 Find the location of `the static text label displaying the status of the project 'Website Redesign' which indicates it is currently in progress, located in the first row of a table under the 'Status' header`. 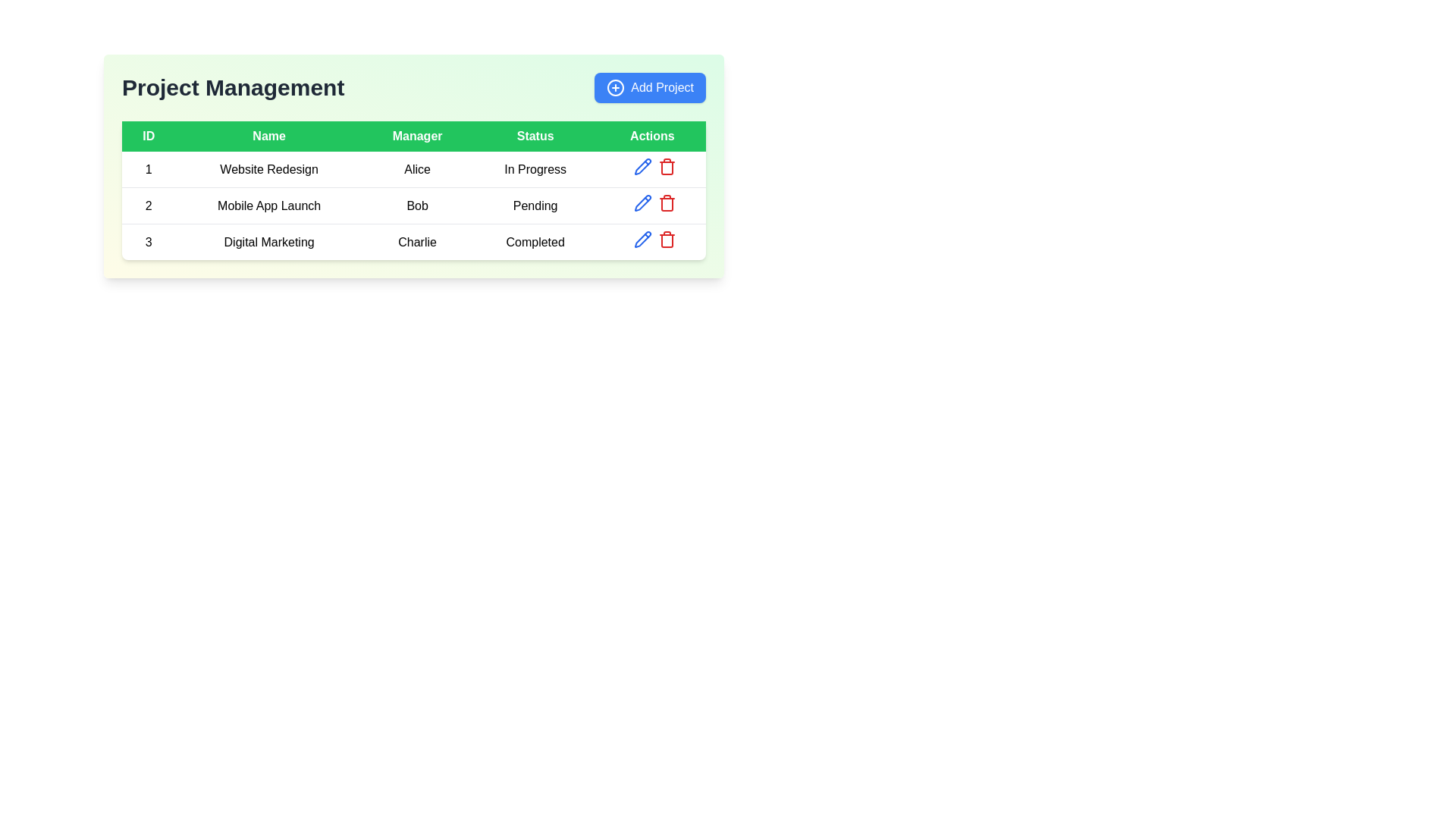

the static text label displaying the status of the project 'Website Redesign' which indicates it is currently in progress, located in the first row of a table under the 'Status' header is located at coordinates (535, 169).